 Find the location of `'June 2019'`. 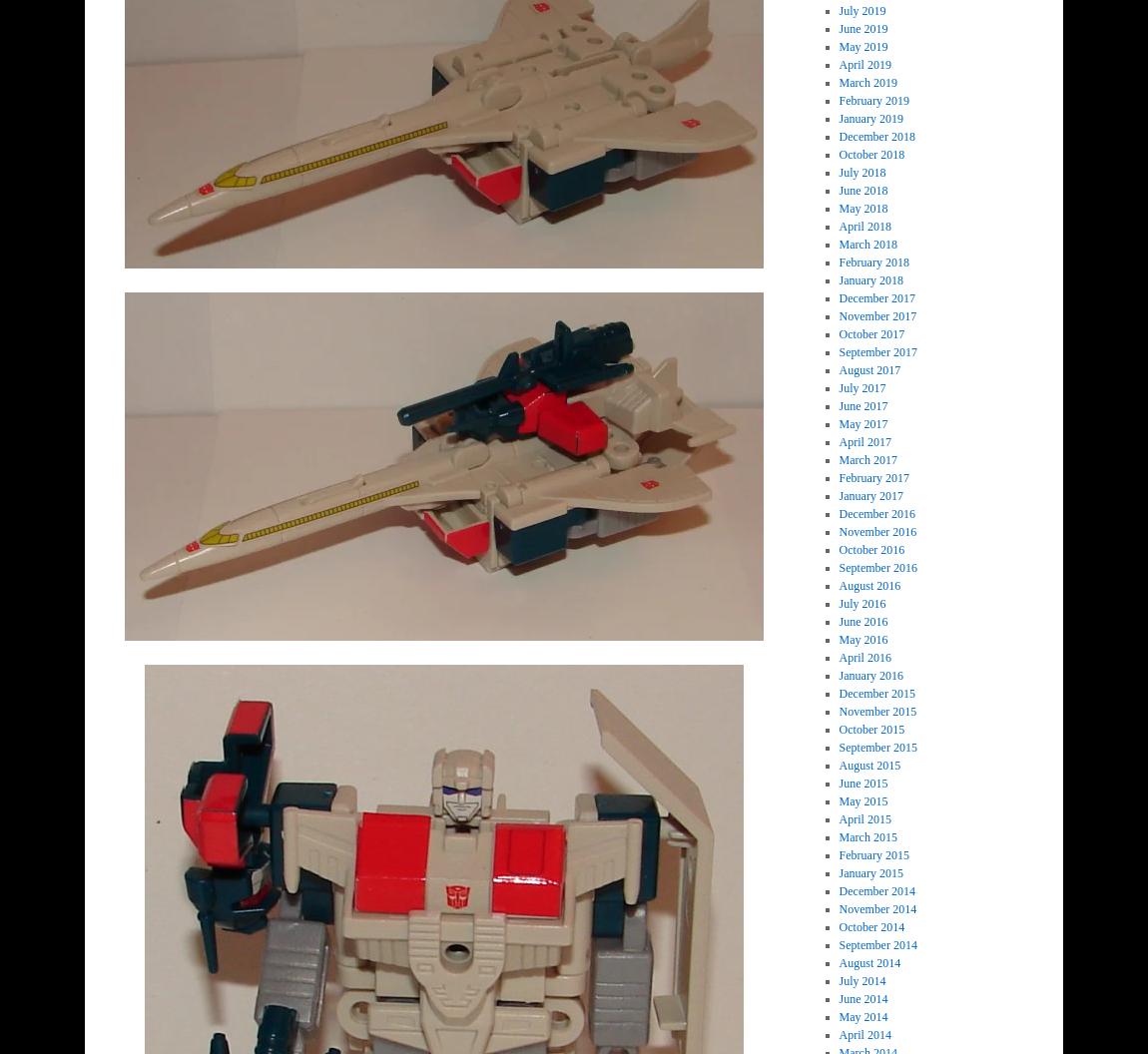

'June 2019' is located at coordinates (862, 29).